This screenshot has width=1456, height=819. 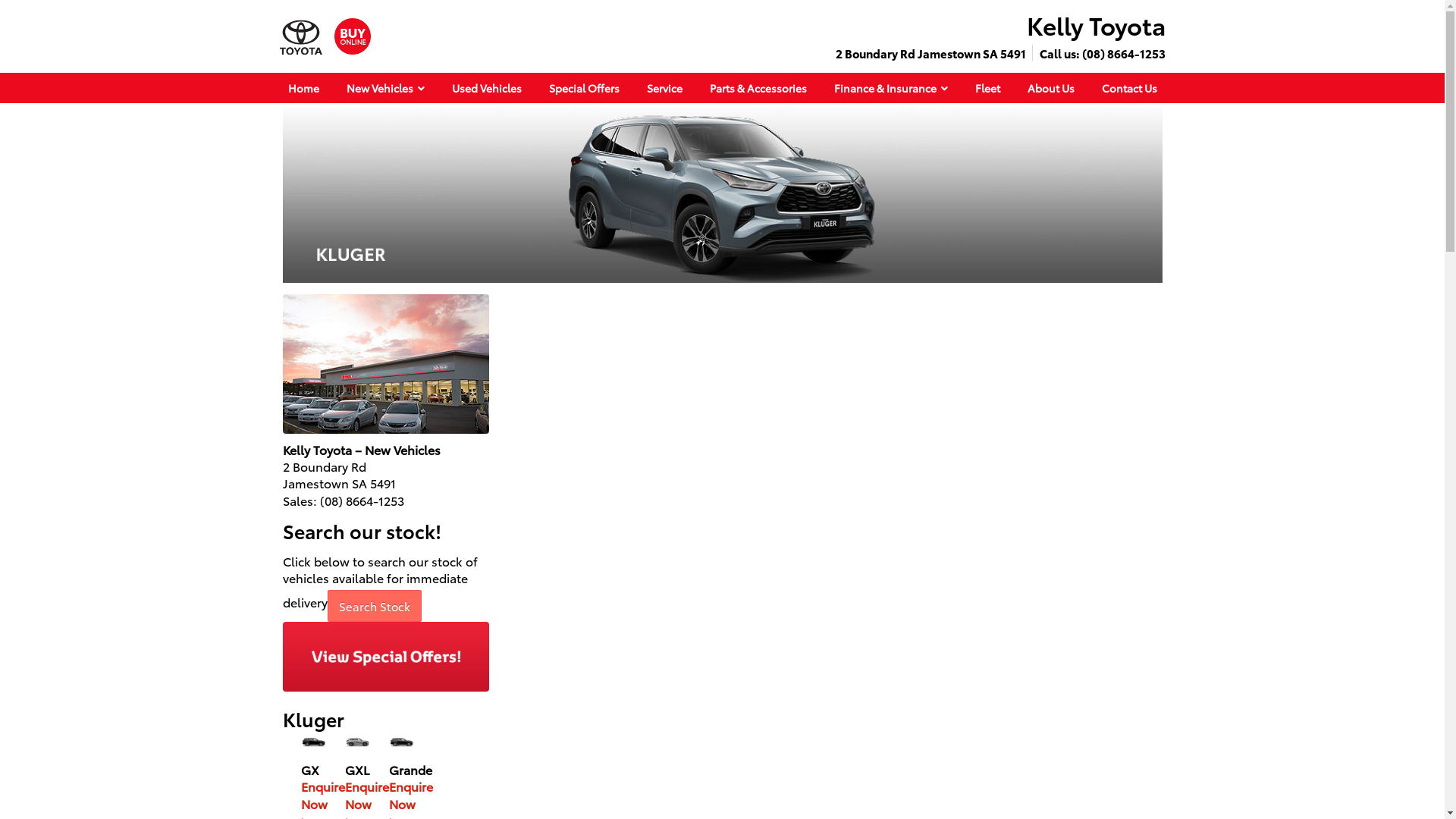 I want to click on '(08) 8664-1253', so click(x=1123, y=52).